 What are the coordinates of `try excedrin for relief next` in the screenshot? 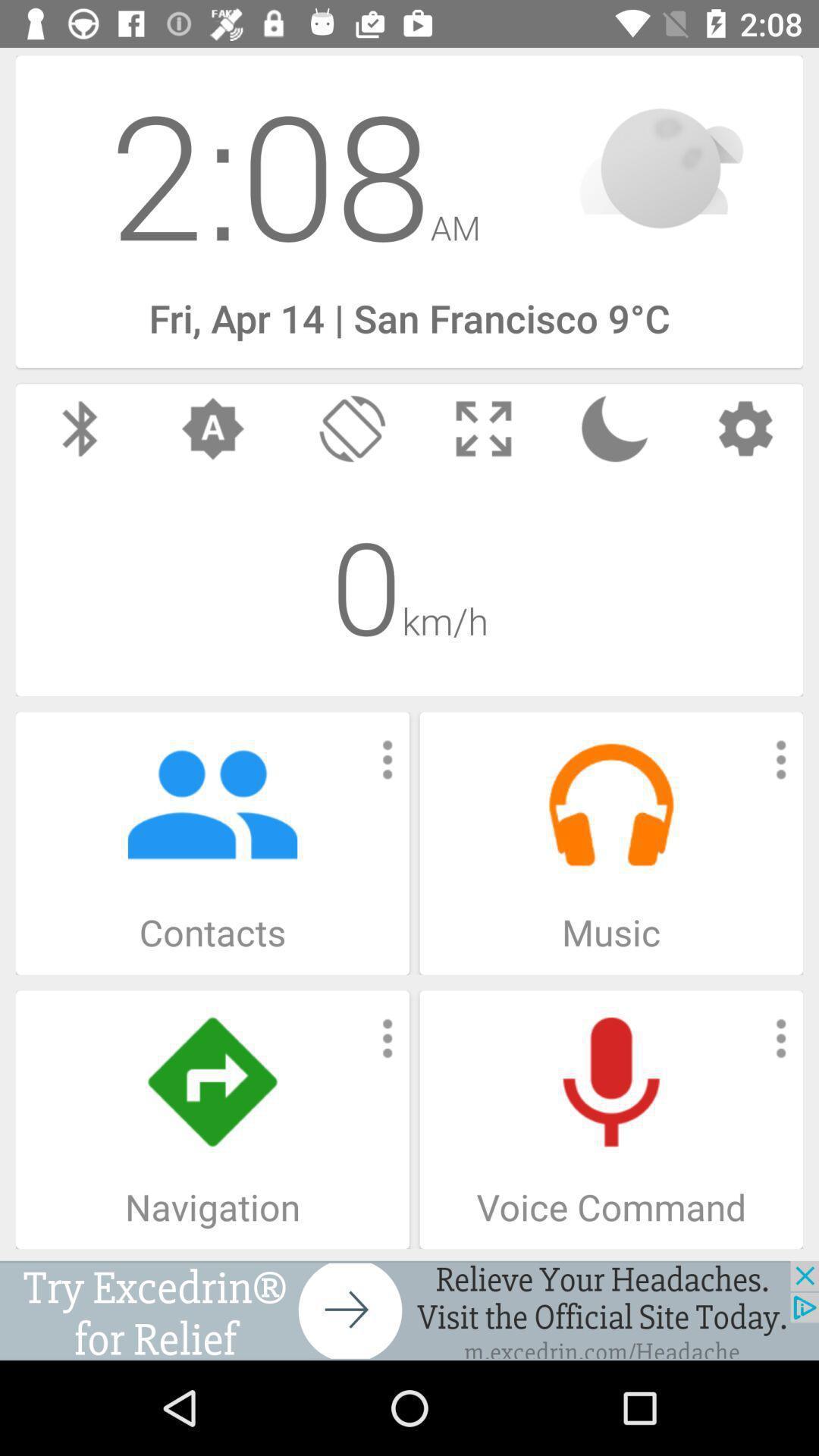 It's located at (409, 1310).